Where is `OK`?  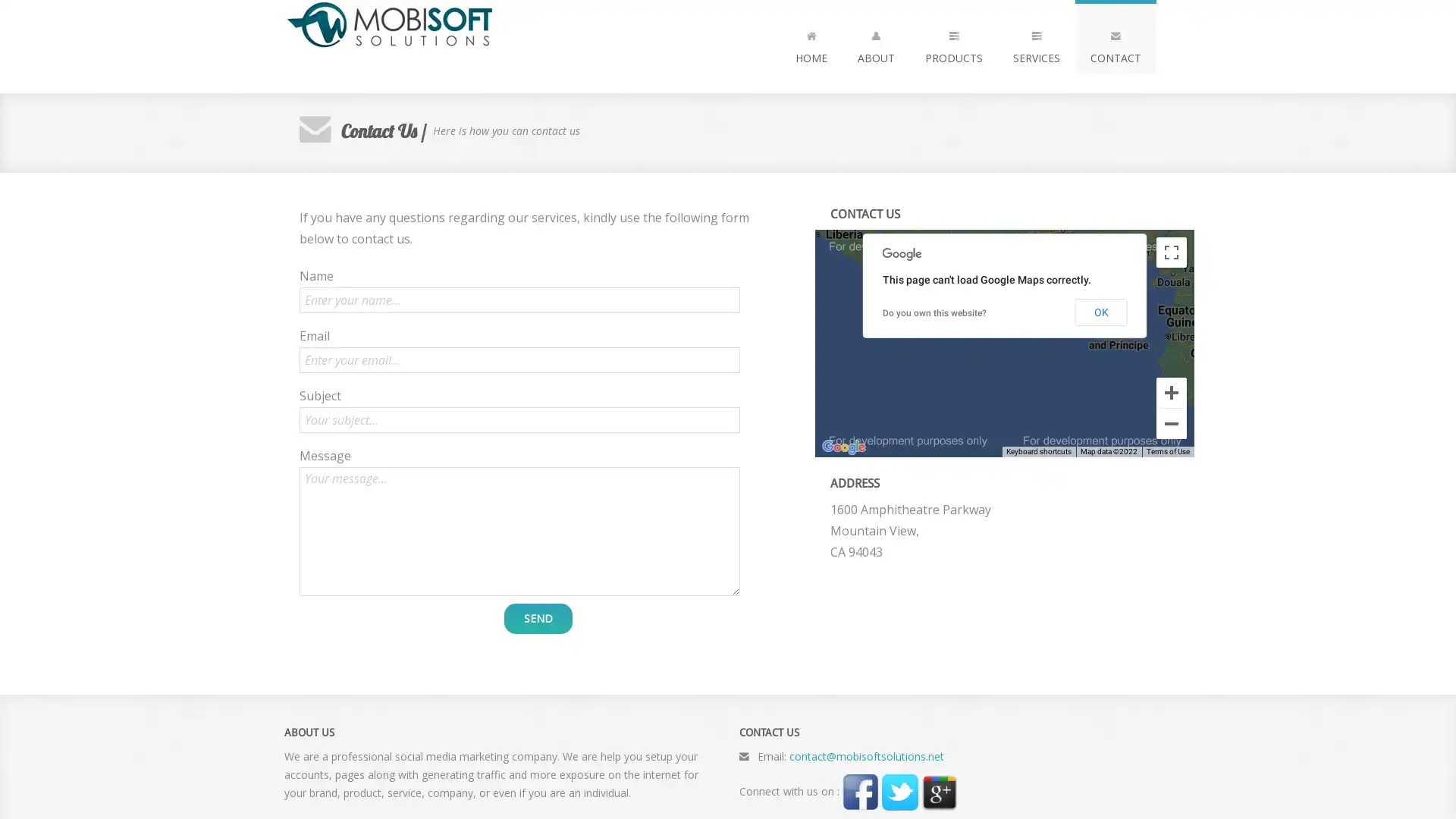 OK is located at coordinates (1100, 312).